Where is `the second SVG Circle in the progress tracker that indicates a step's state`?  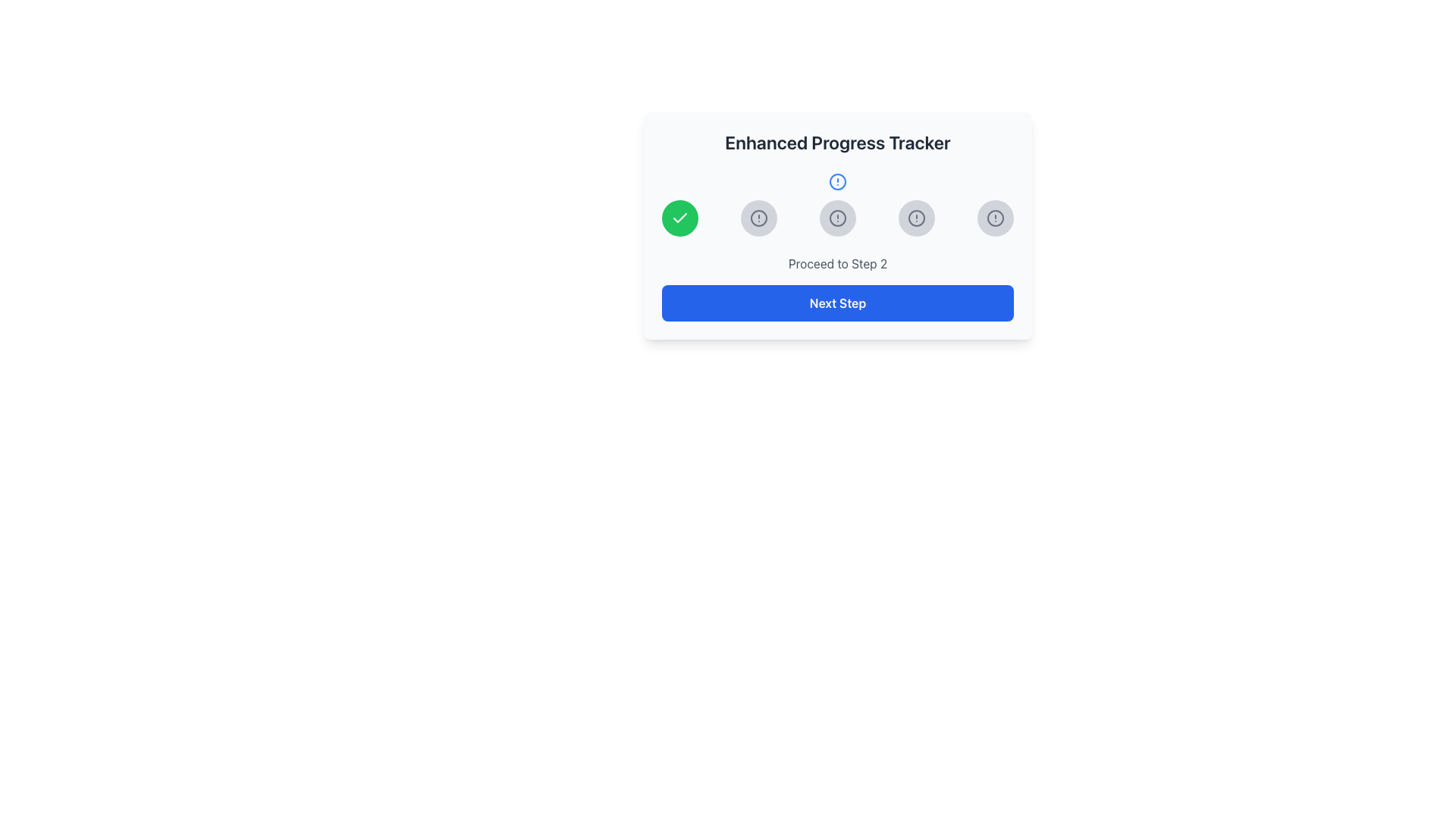
the second SVG Circle in the progress tracker that indicates a step's state is located at coordinates (759, 218).